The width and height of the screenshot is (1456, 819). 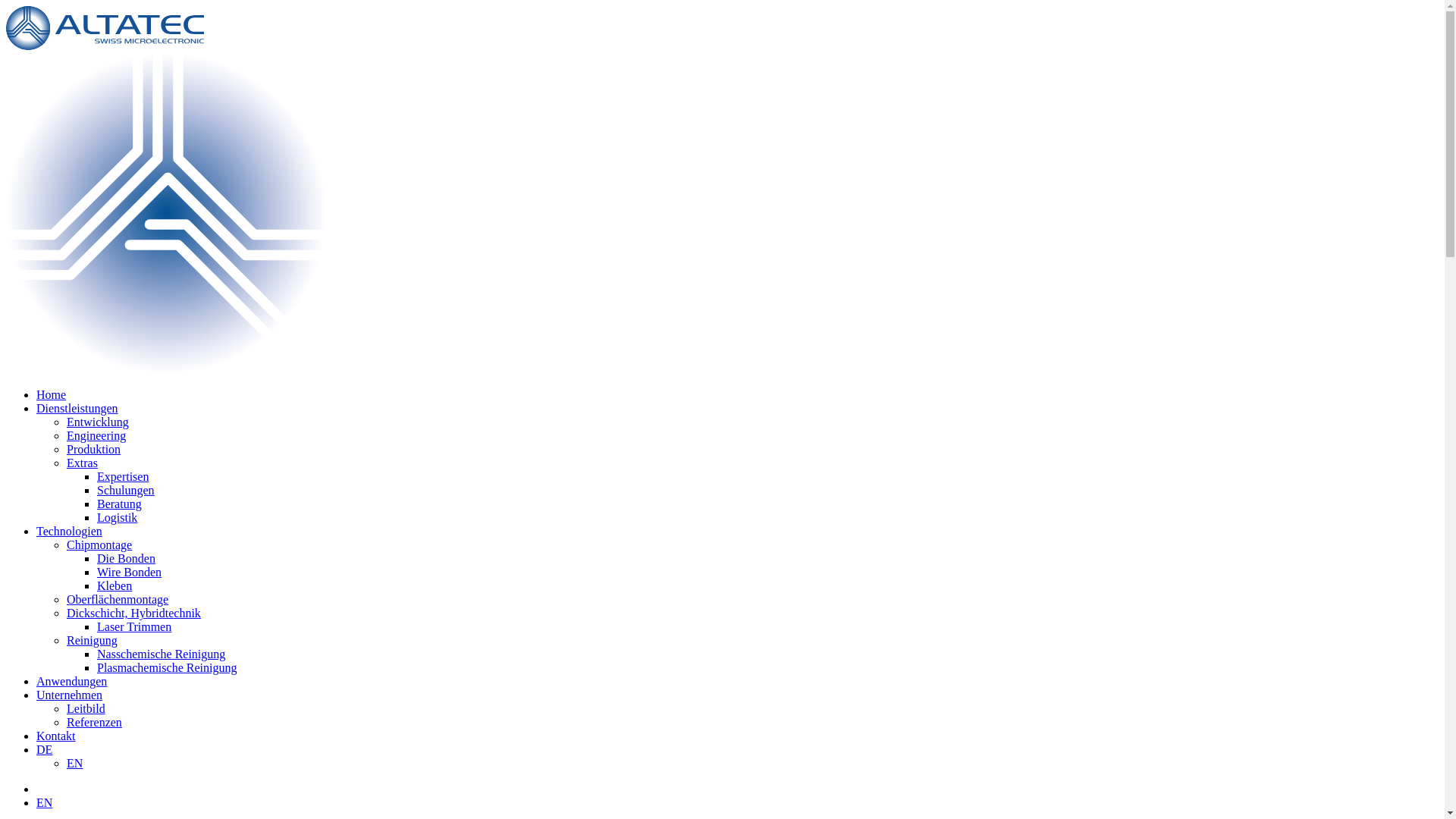 What do you see at coordinates (116, 516) in the screenshot?
I see `'Logistik'` at bounding box center [116, 516].